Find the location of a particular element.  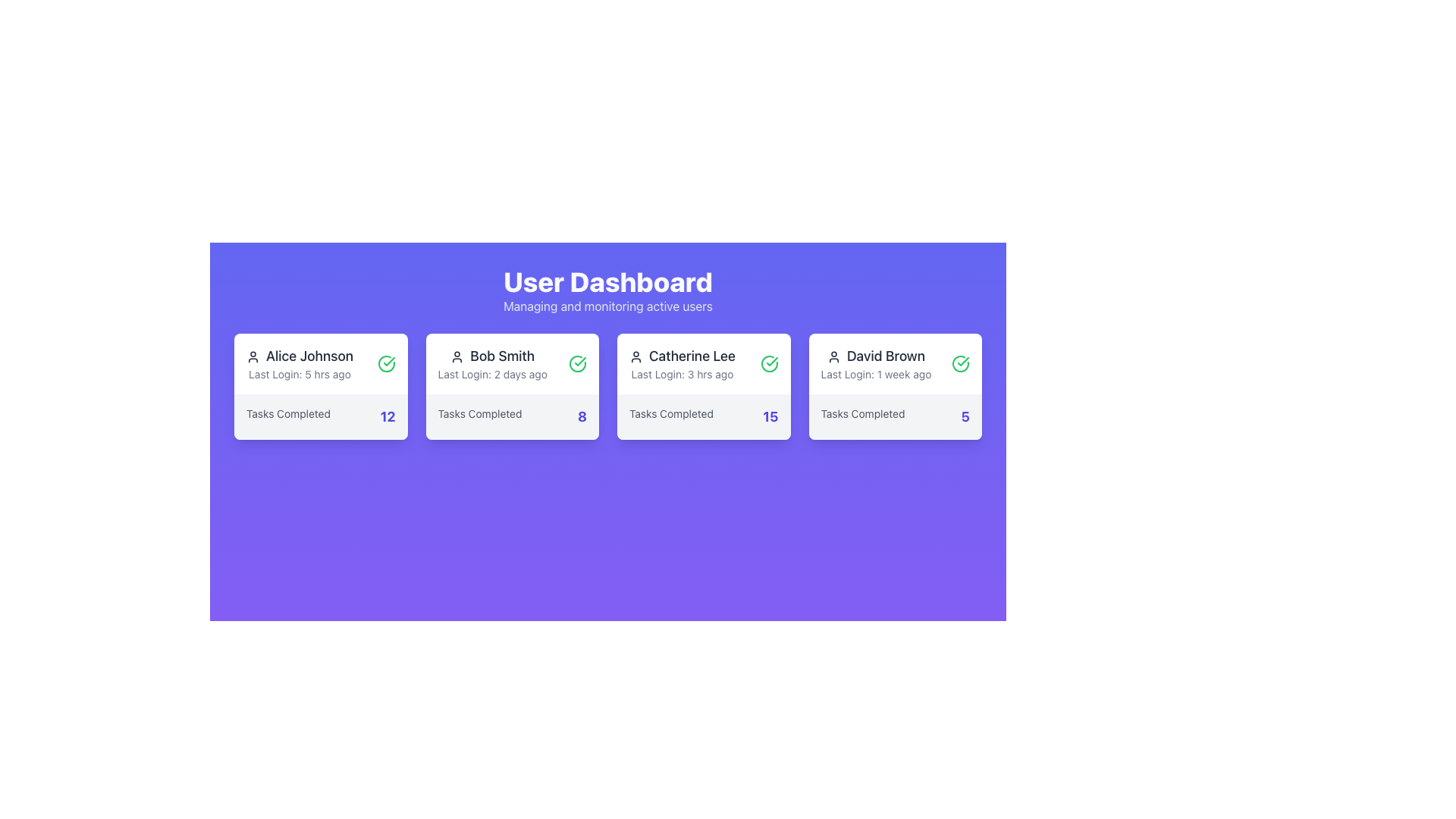

the user icon representing 'Catherine Lee' located to the left of the text 'Catherine Lee' in the top section of the card on the dashboard is located at coordinates (636, 356).